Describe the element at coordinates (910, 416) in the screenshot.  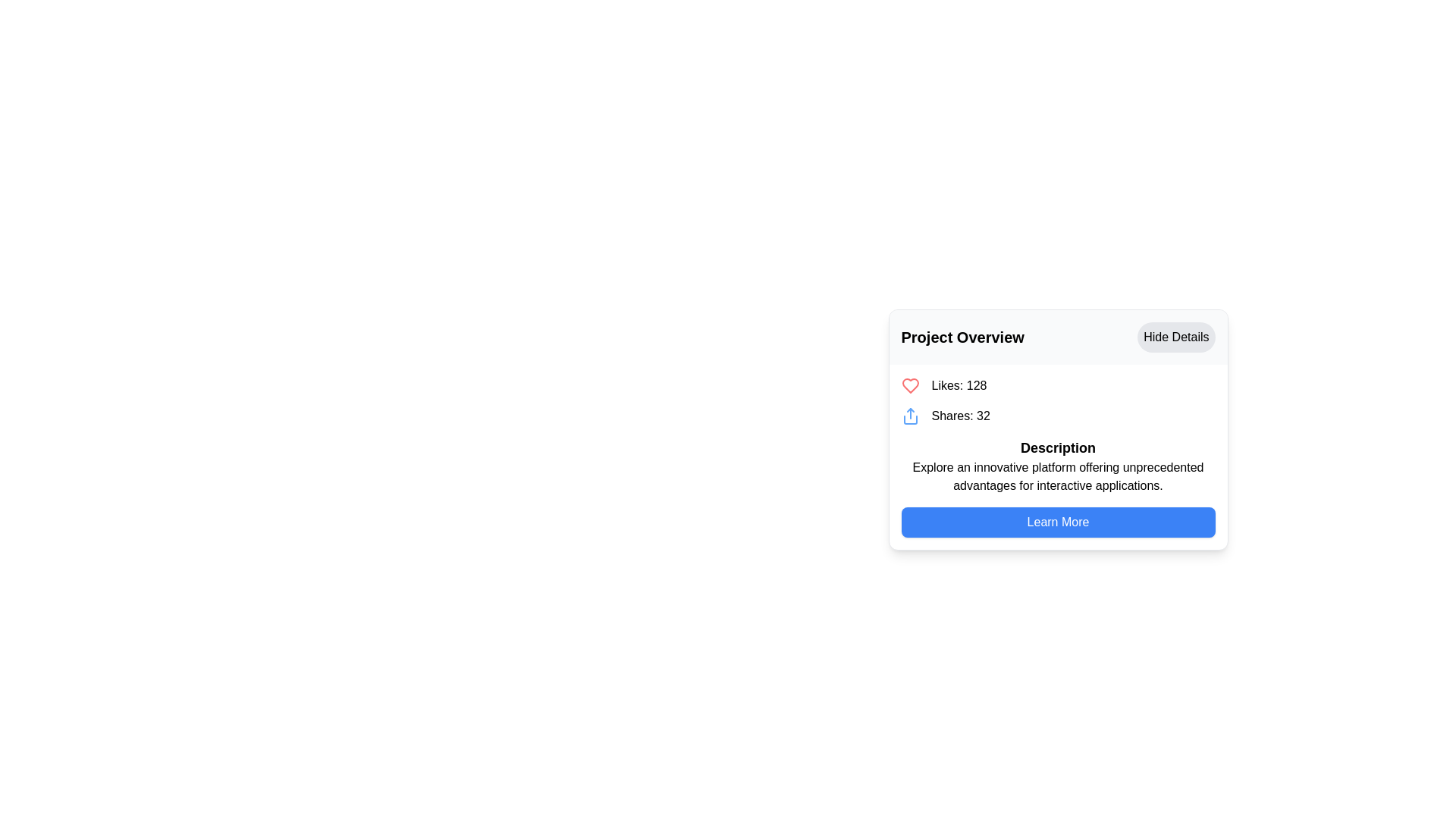
I see `the sharing icon located within the 'Shares: 32' grouping, positioned to the left of the text 'Shares: 32' in the 'Project Overview' section` at that location.